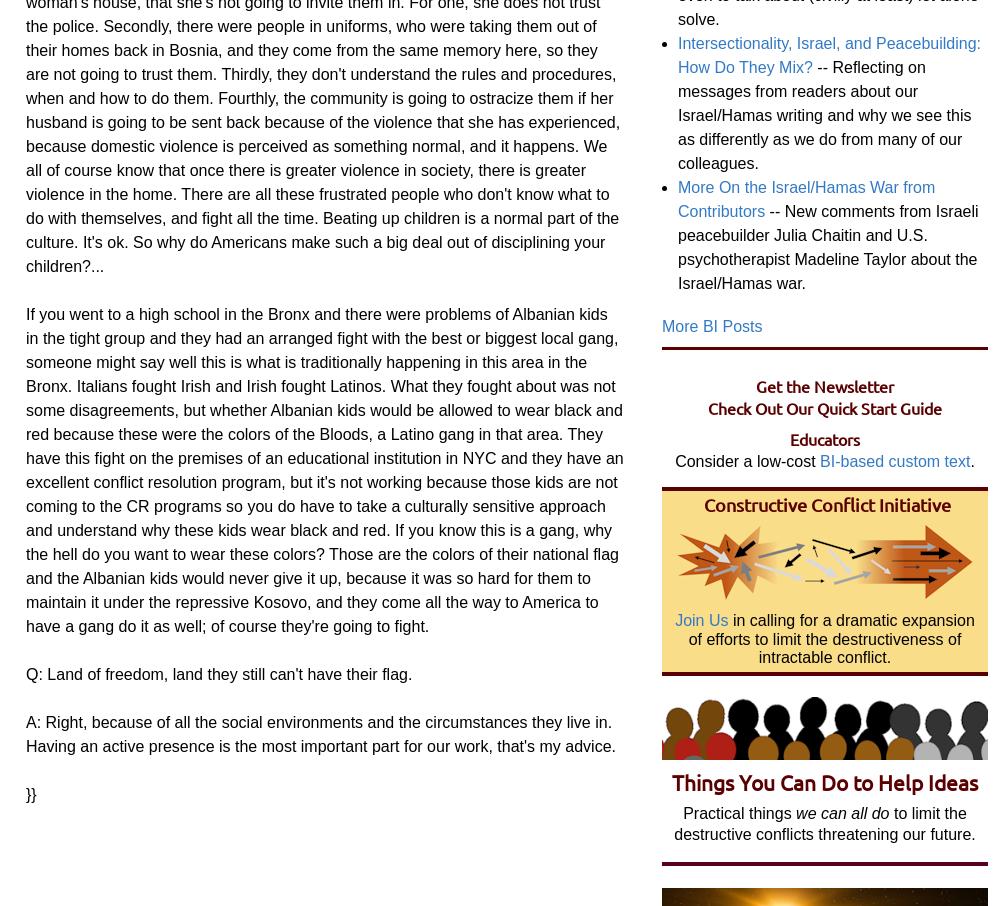 This screenshot has width=1000, height=906. Describe the element at coordinates (790, 438) in the screenshot. I see `'Educators'` at that location.